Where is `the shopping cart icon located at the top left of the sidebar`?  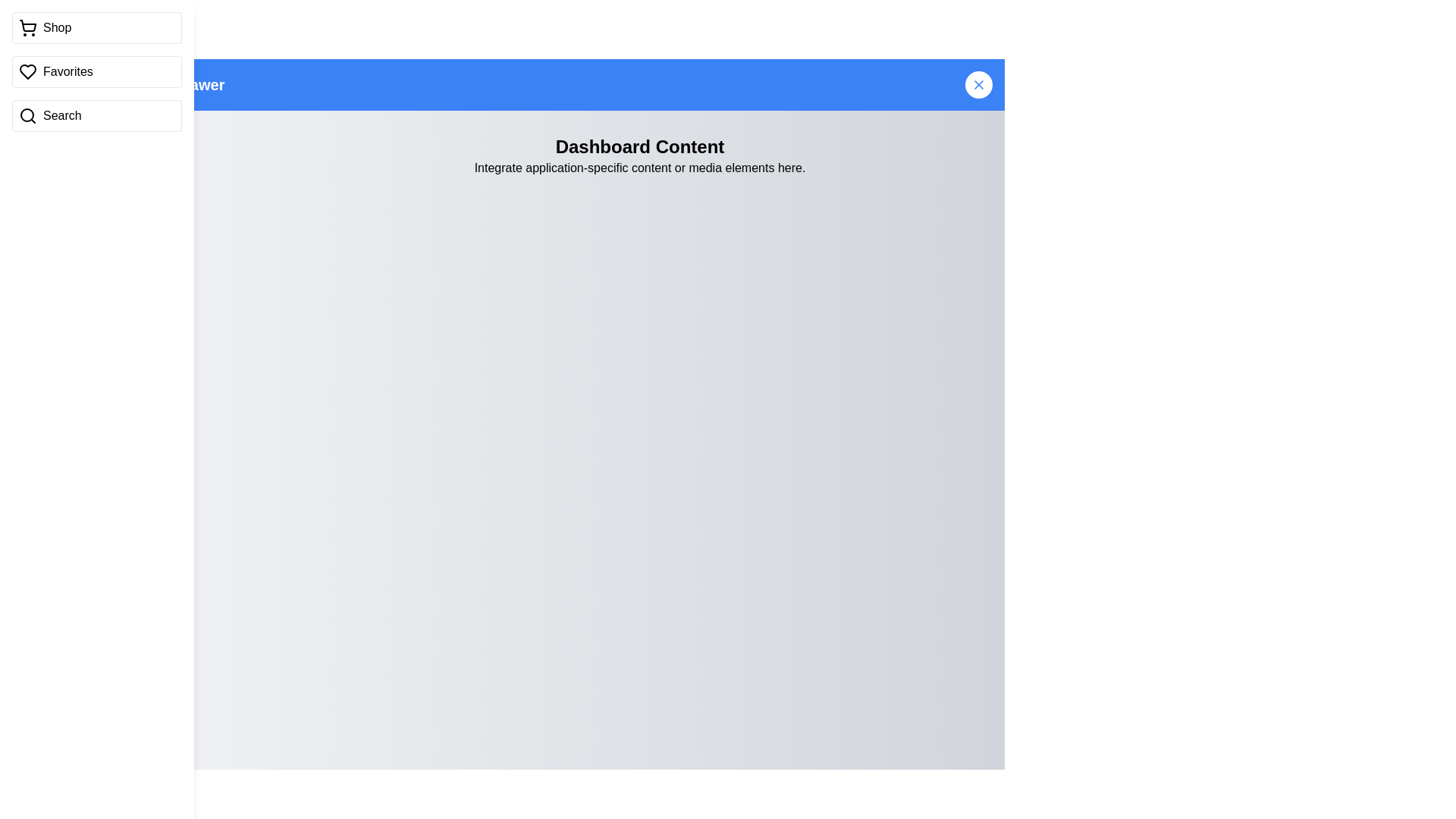
the shopping cart icon located at the top left of the sidebar is located at coordinates (28, 28).